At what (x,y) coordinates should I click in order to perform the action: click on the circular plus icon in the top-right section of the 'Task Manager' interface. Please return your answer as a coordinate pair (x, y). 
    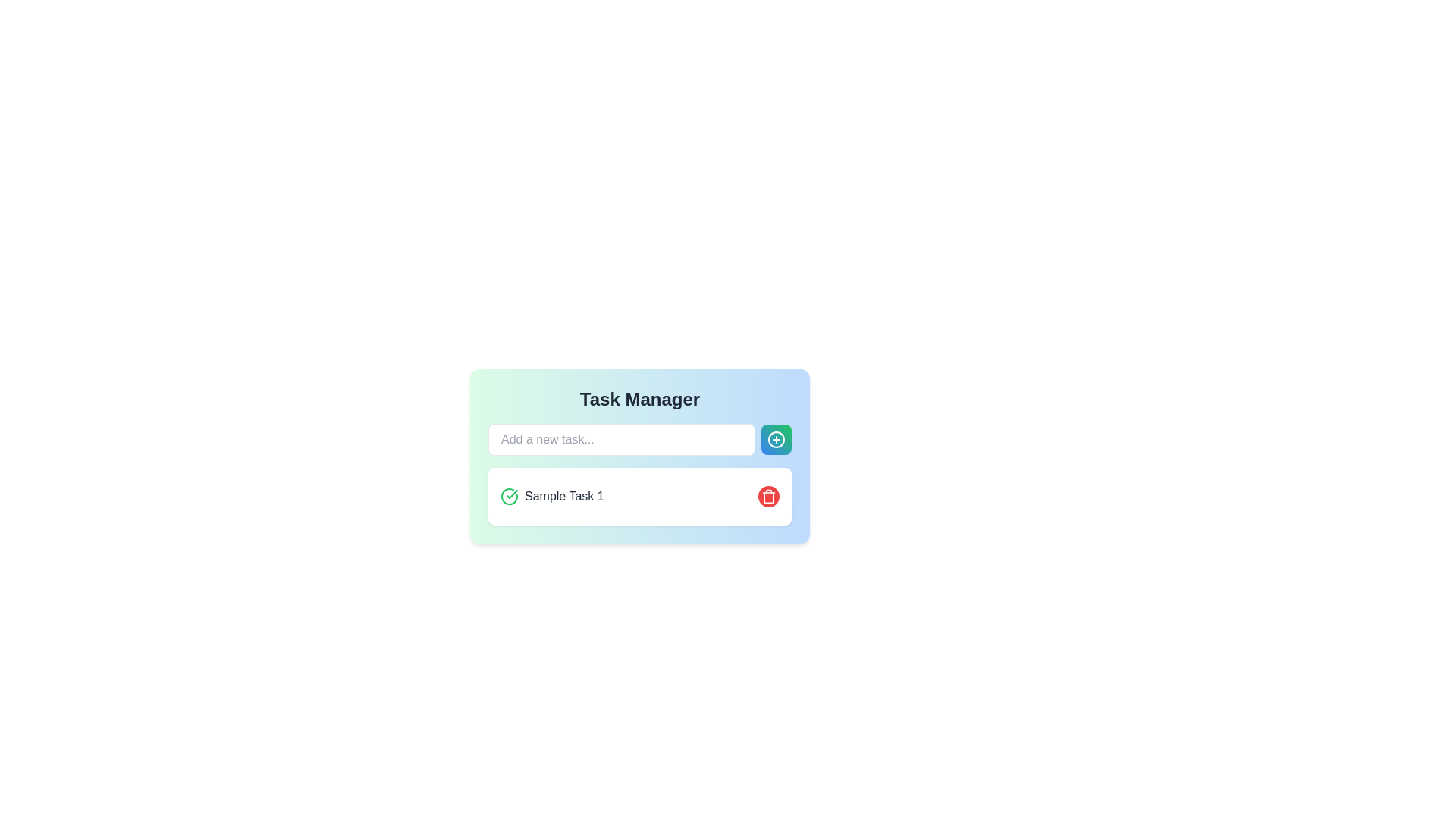
    Looking at the image, I should click on (776, 439).